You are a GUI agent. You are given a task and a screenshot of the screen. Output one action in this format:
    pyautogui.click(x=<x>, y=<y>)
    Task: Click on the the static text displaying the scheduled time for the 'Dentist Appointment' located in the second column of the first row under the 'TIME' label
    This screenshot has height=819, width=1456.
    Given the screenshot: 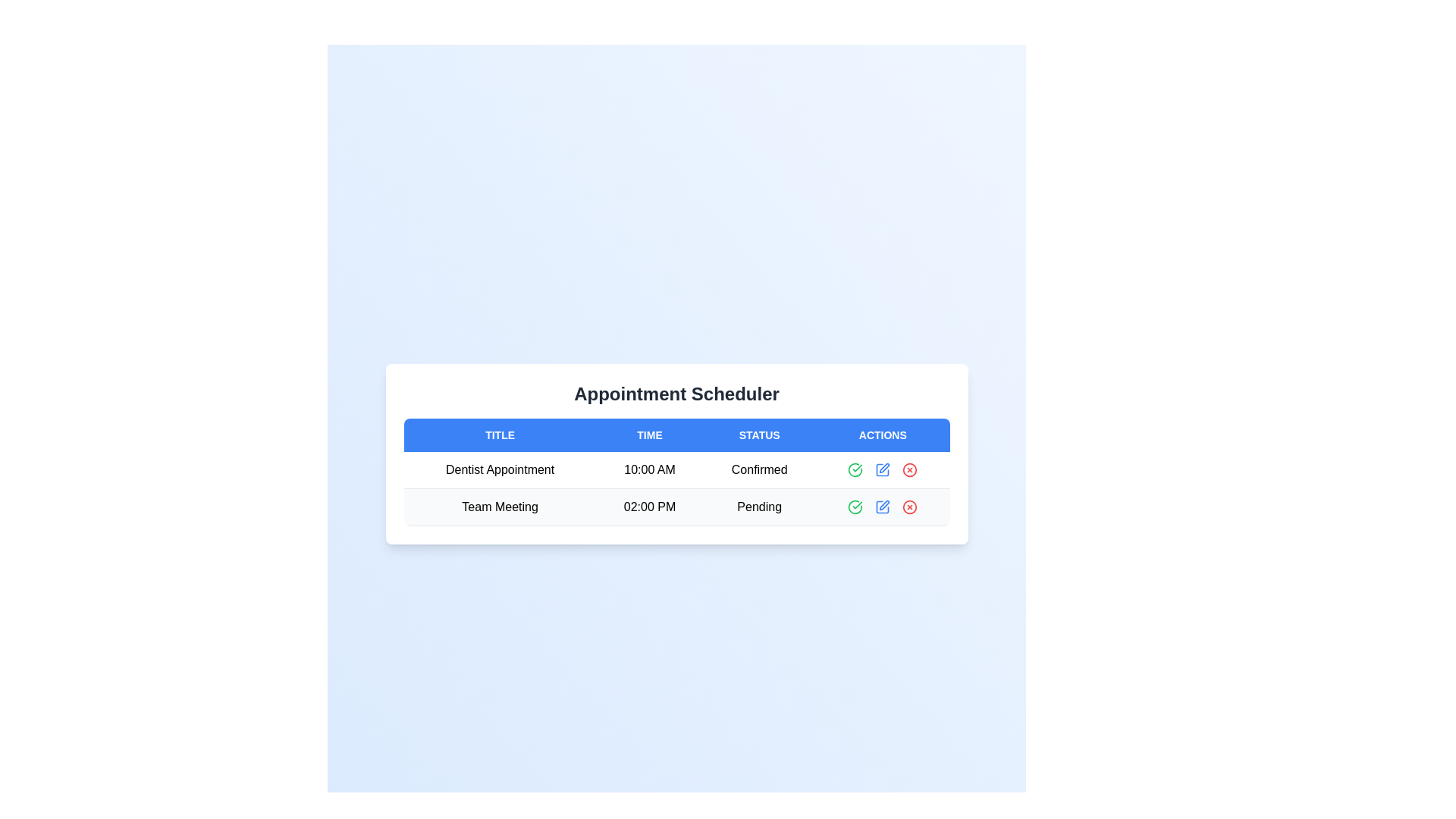 What is the action you would take?
    pyautogui.click(x=650, y=469)
    